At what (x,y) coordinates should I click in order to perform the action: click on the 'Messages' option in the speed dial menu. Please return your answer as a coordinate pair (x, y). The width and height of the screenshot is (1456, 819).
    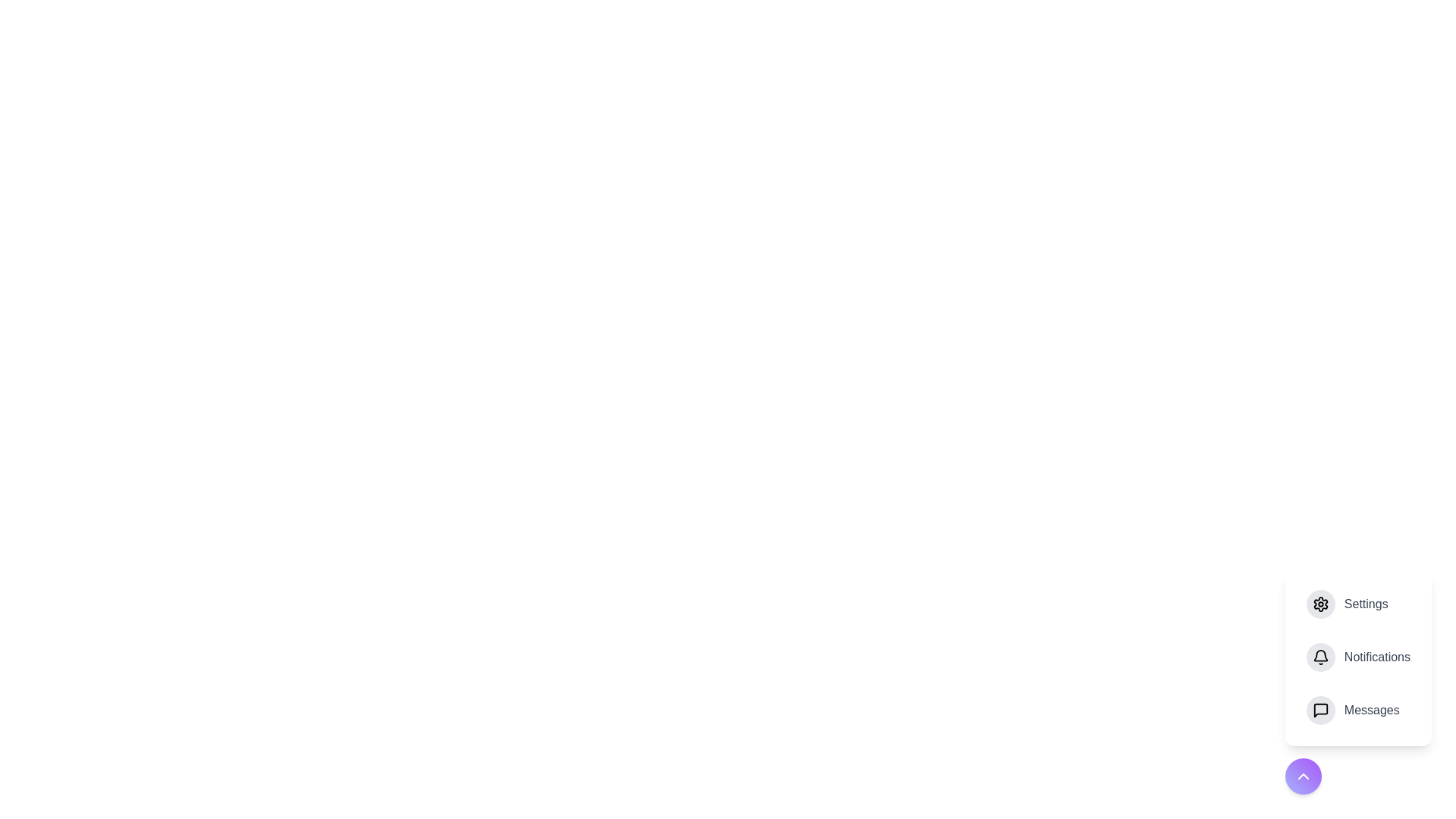
    Looking at the image, I should click on (1353, 711).